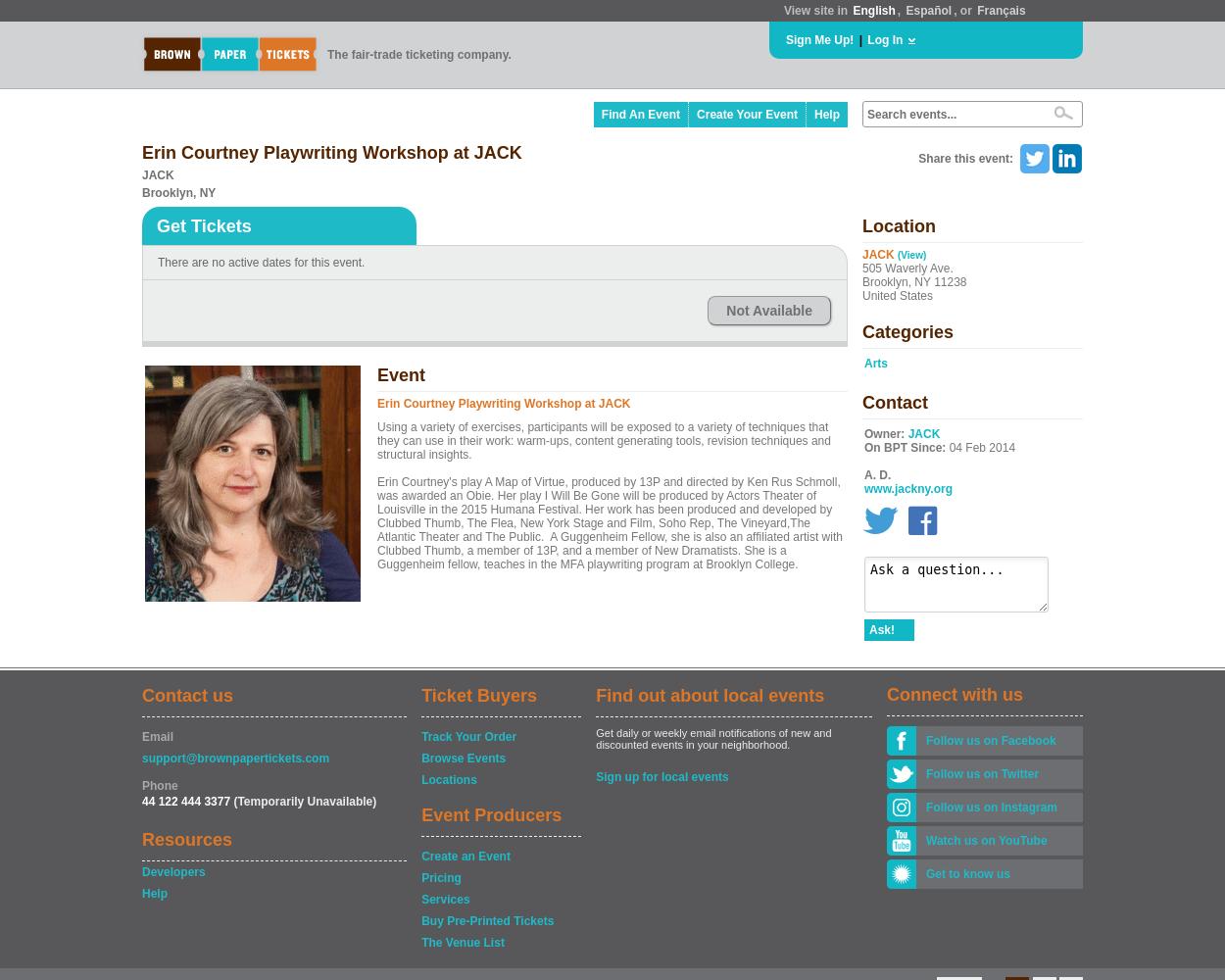  Describe the element at coordinates (303, 801) in the screenshot. I see `'(Temporarily Unavailable)'` at that location.